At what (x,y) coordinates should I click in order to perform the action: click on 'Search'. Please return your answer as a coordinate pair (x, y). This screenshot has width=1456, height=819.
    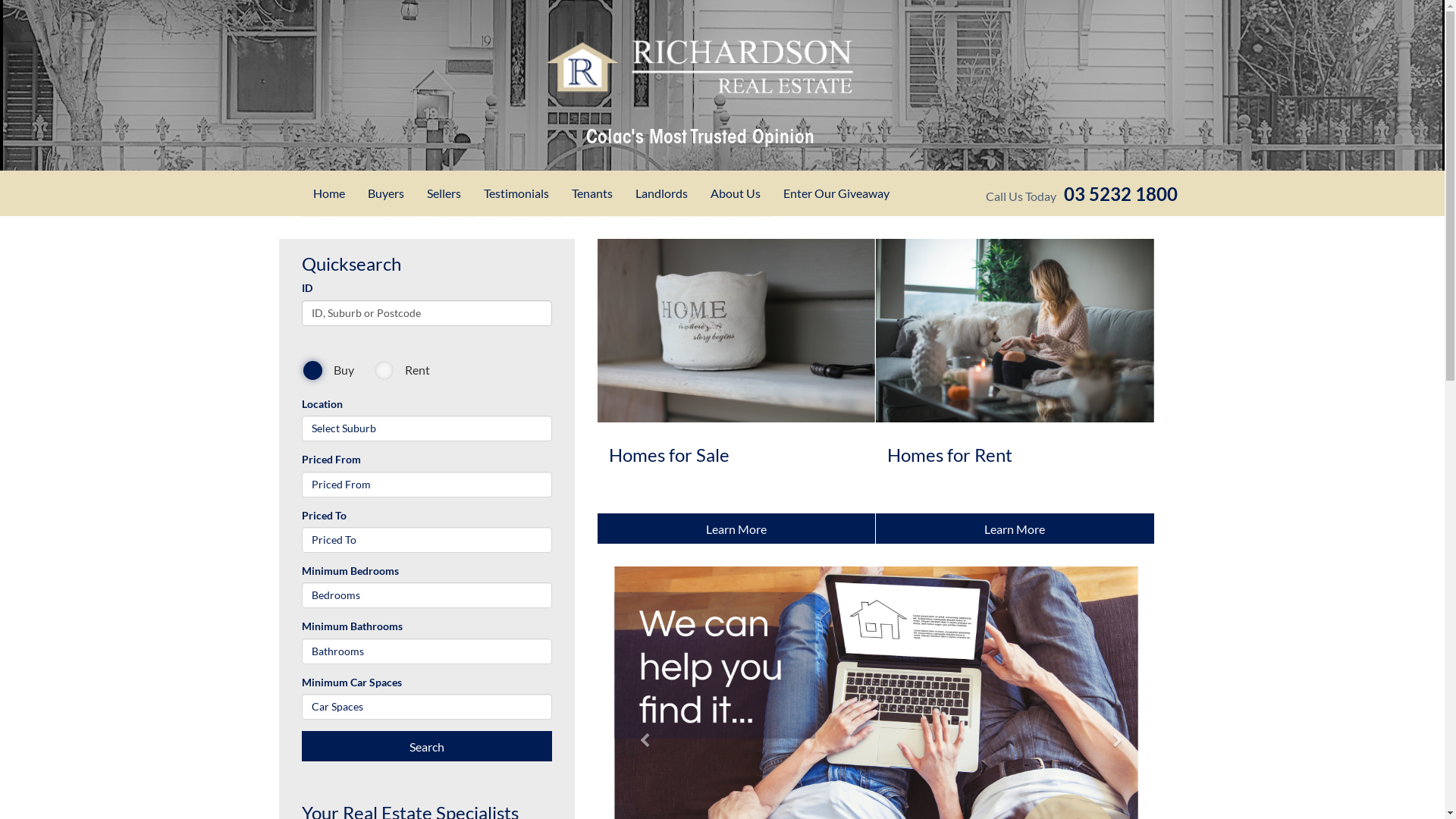
    Looking at the image, I should click on (425, 745).